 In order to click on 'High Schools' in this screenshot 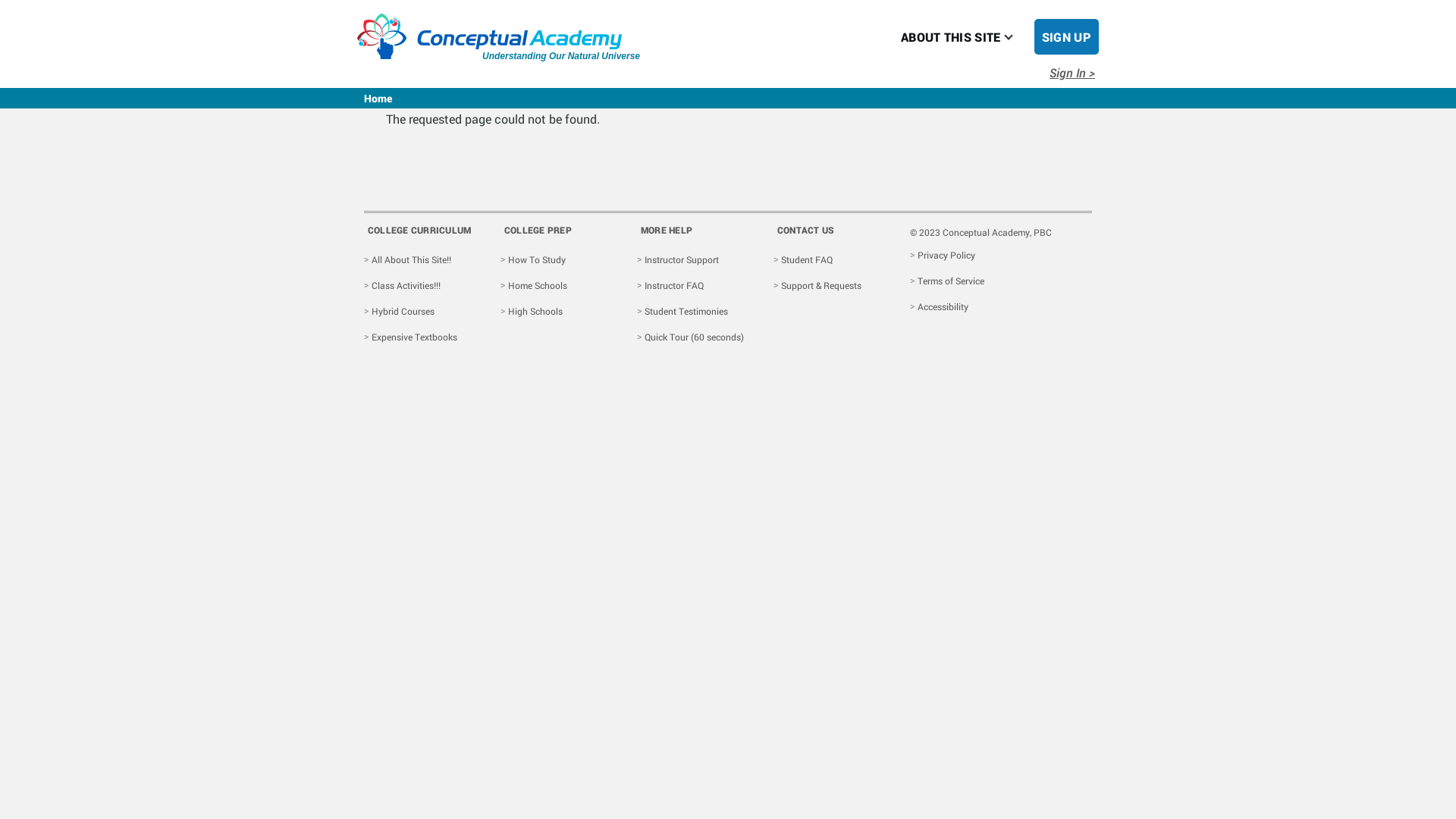, I will do `click(535, 309)`.